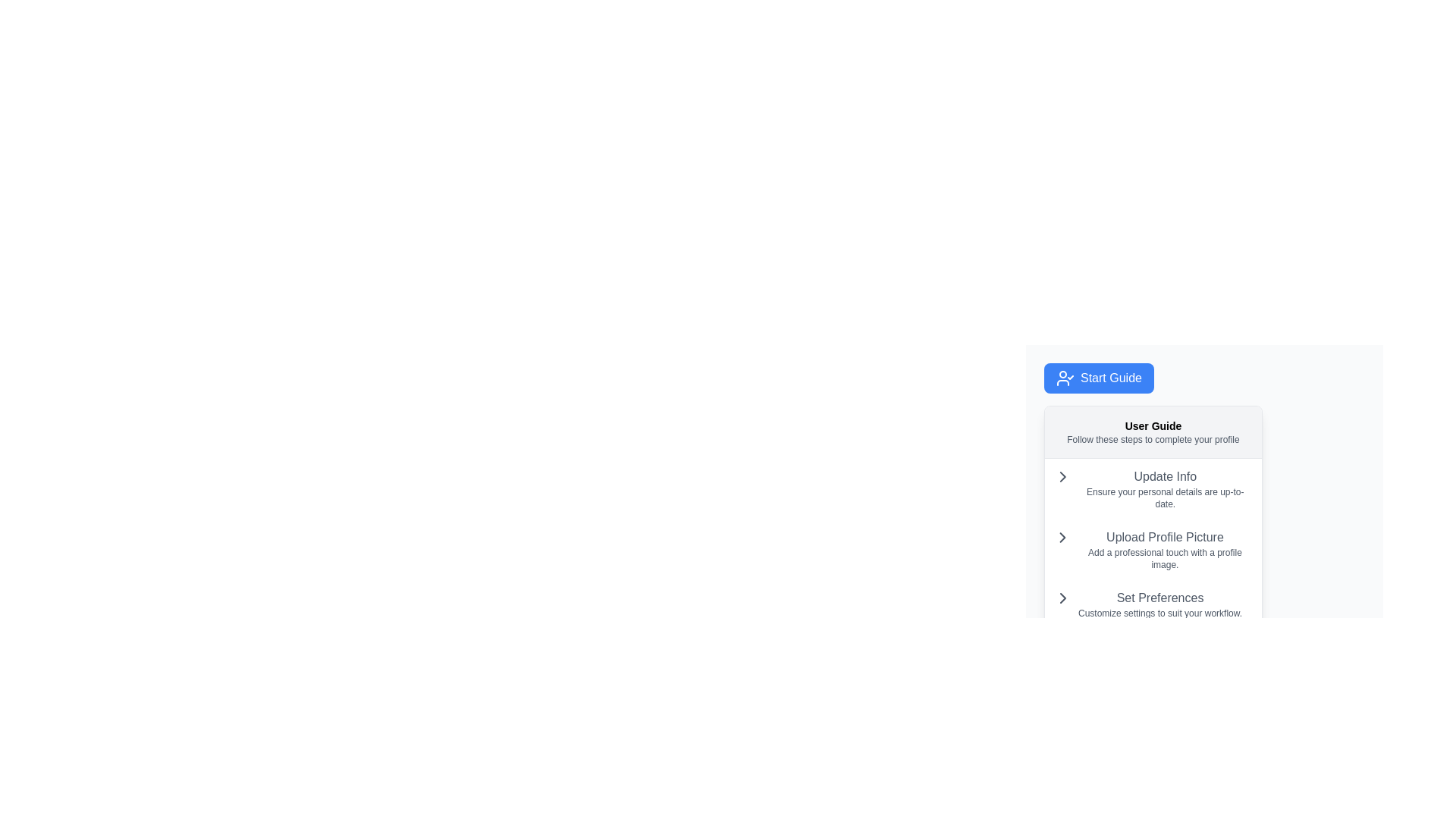 This screenshot has width=1456, height=819. Describe the element at coordinates (1153, 604) in the screenshot. I see `the third interactive button in the list under the 'User Guide' header to trigger hover effects` at that location.